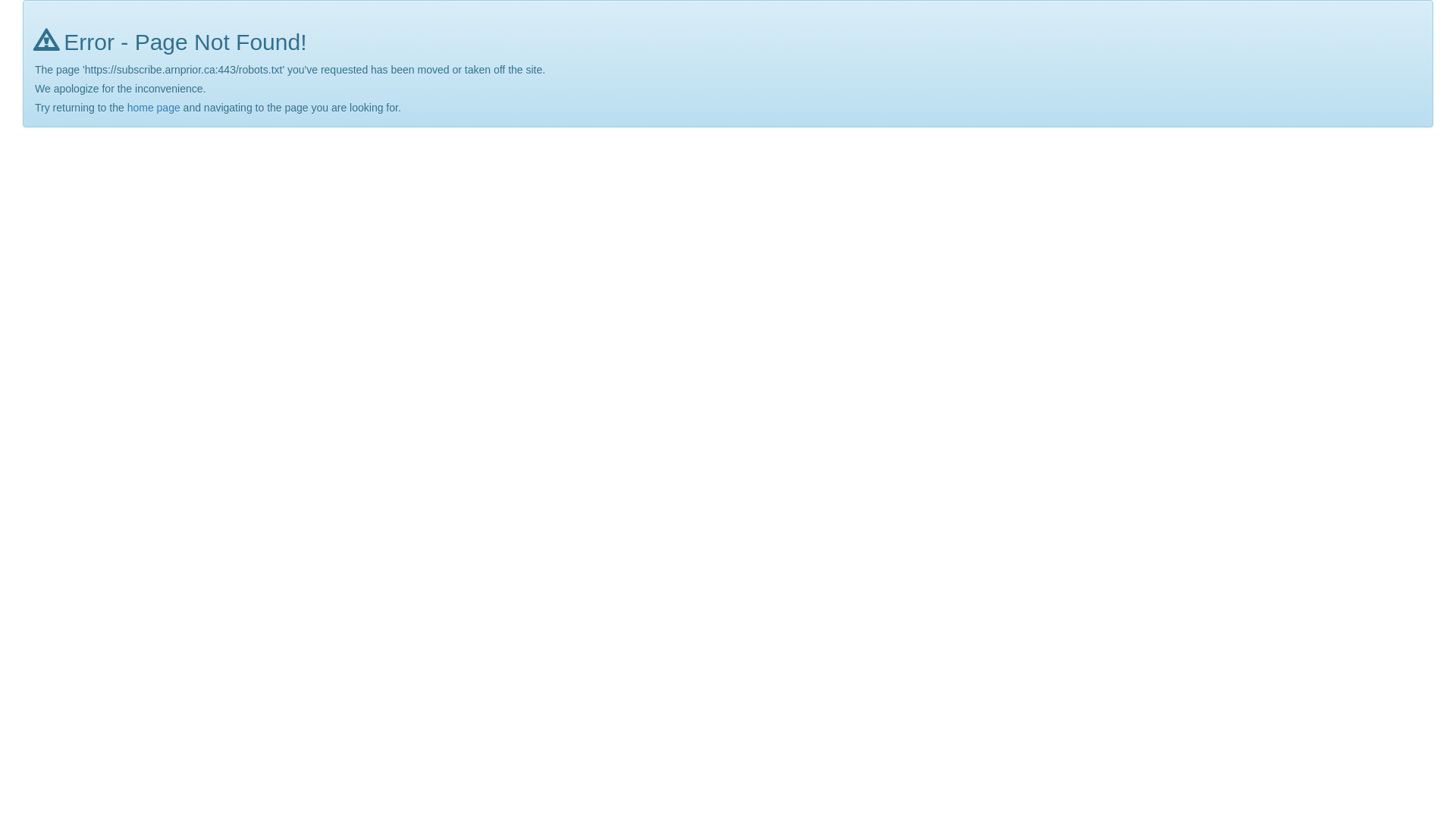  Describe the element at coordinates (127, 107) in the screenshot. I see `'home page'` at that location.